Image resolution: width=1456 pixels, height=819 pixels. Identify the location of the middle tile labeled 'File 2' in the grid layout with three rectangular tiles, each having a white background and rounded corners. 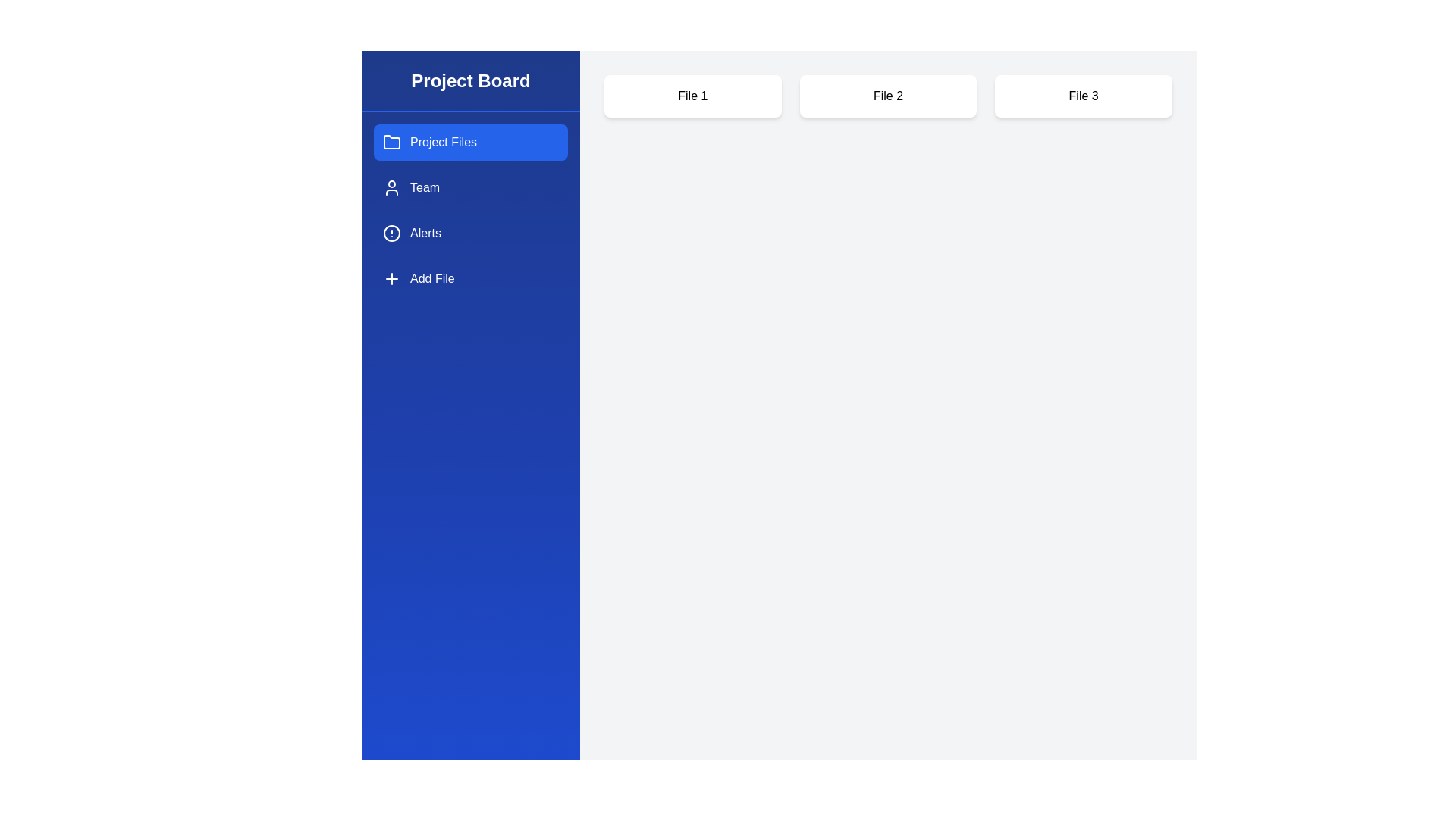
(888, 96).